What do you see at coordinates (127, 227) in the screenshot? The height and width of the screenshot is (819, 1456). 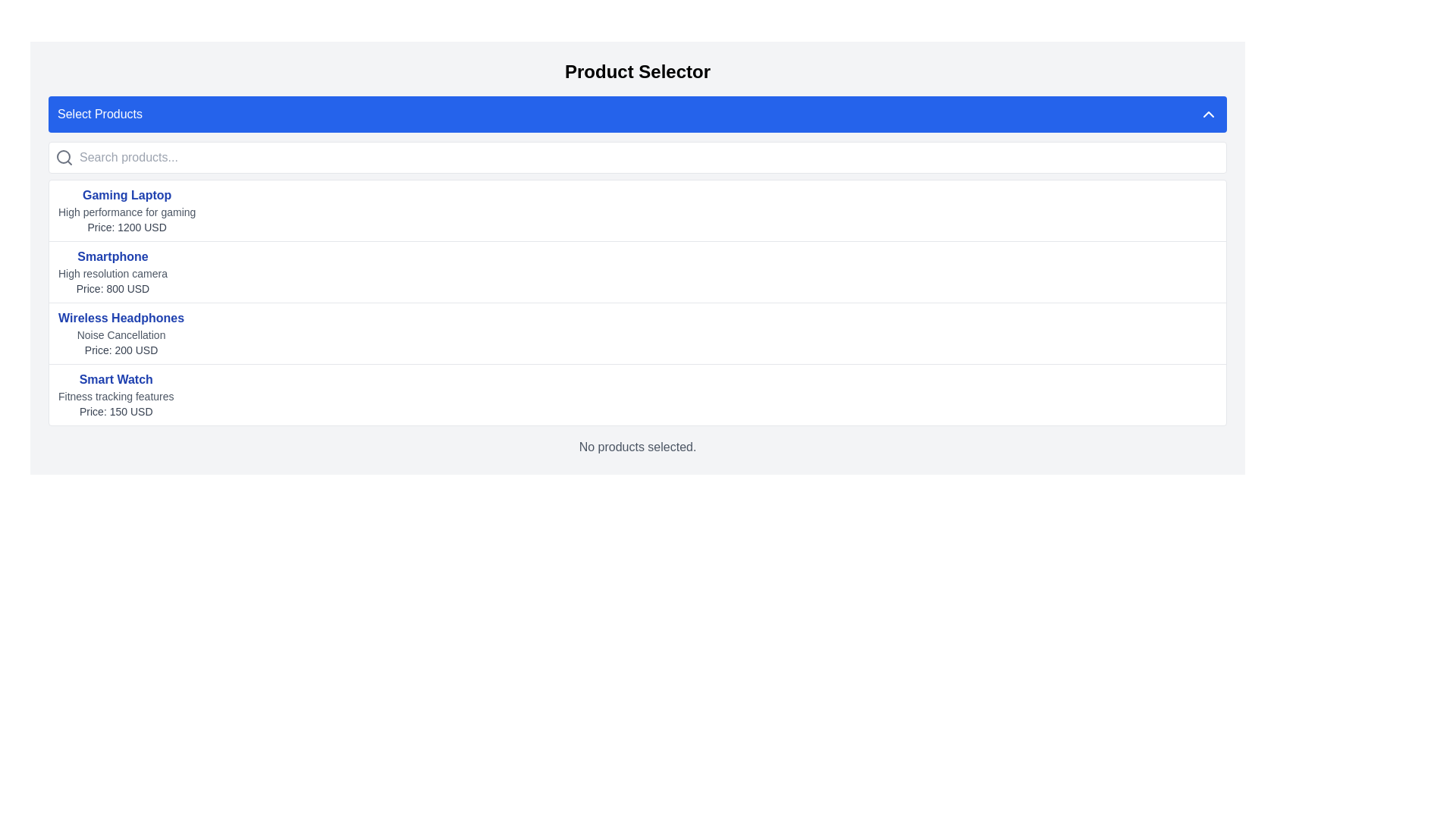 I see `the static text label displaying the price information of '1200 USD' located under the 'Gaming Laptop' product listing` at bounding box center [127, 227].